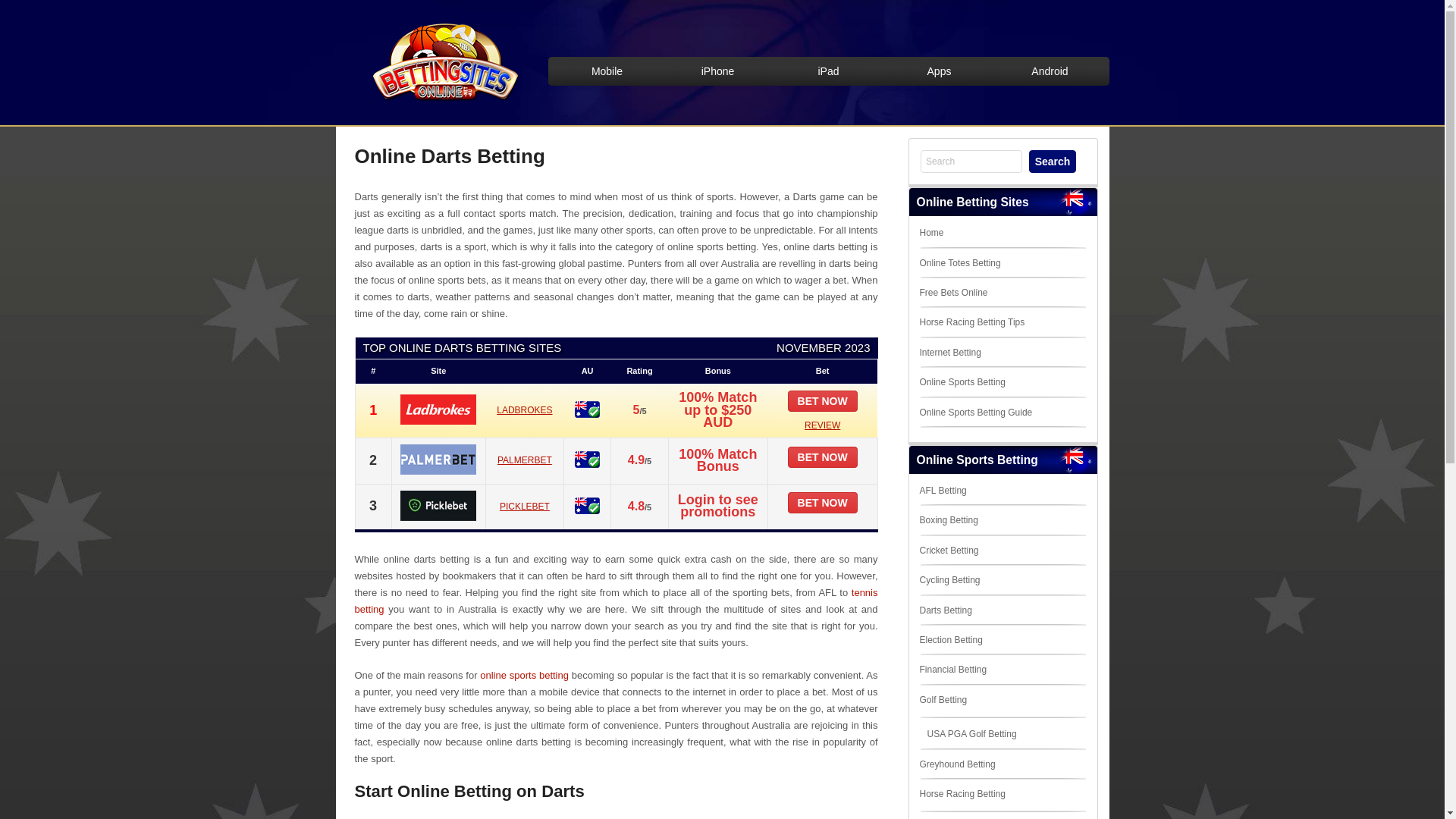  What do you see at coordinates (607, 71) in the screenshot?
I see `'Mobile'` at bounding box center [607, 71].